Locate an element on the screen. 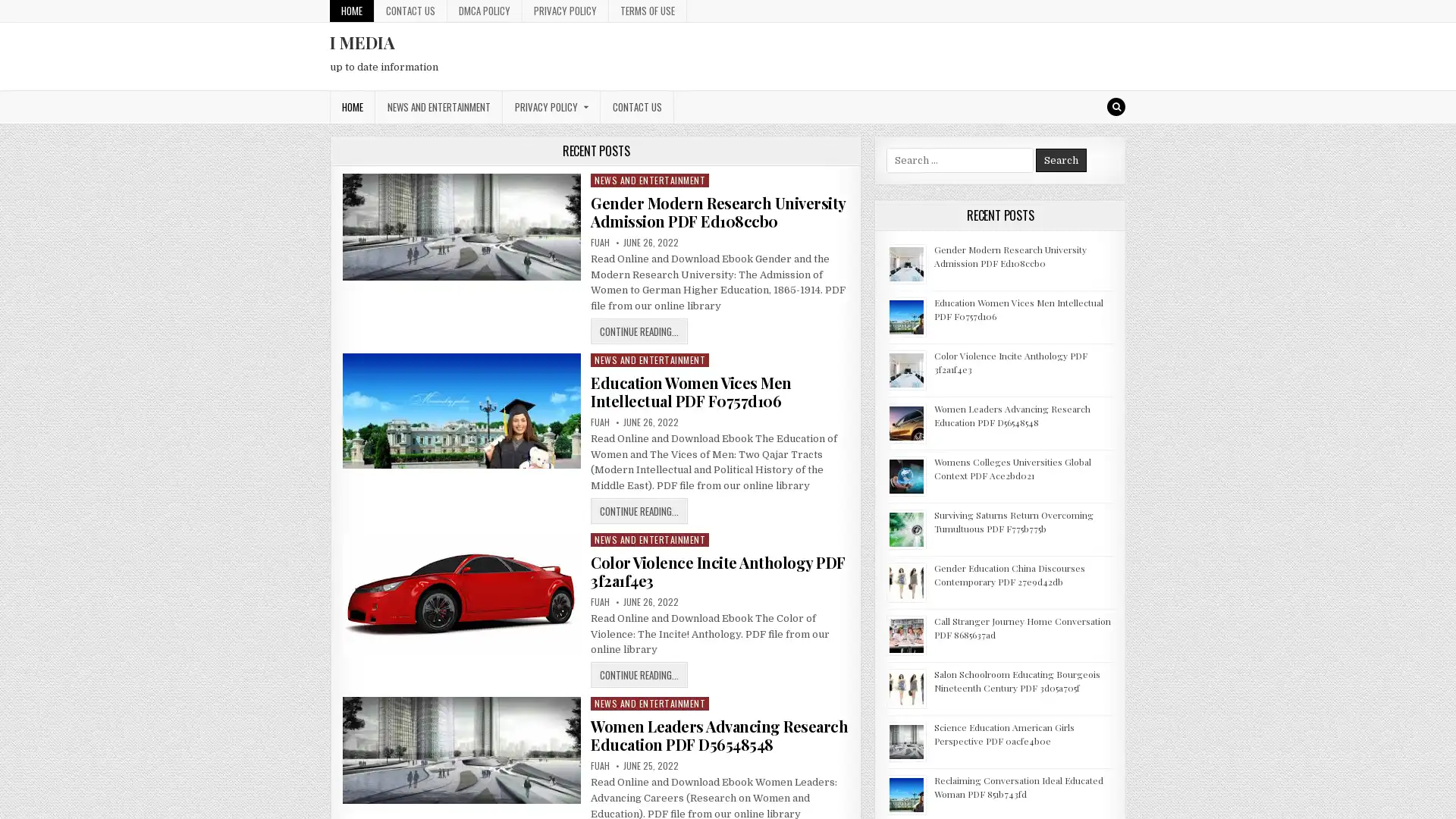  Search is located at coordinates (1060, 160).